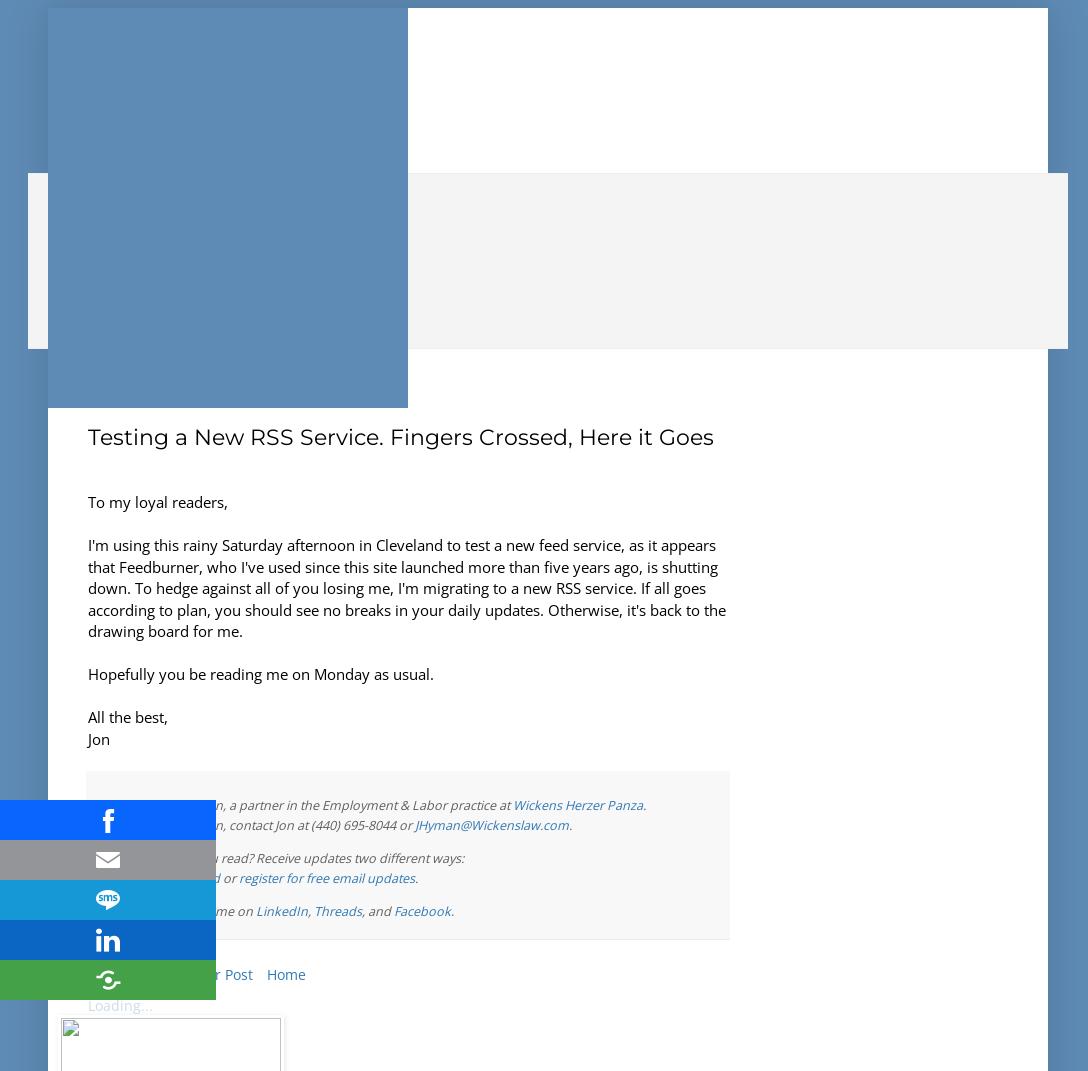 The width and height of the screenshot is (1088, 1071). I want to click on 'Facebook', so click(421, 910).